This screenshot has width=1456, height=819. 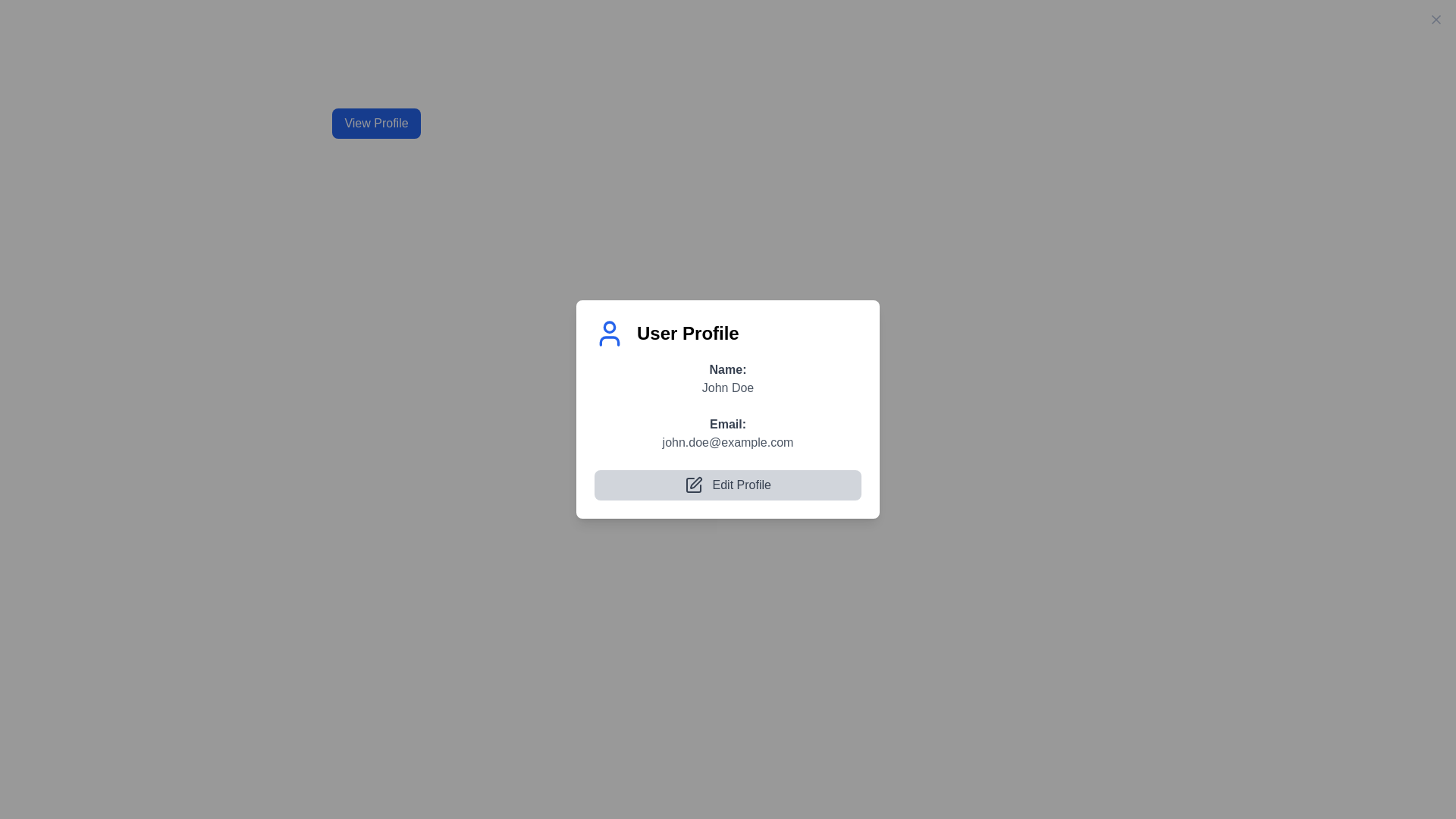 I want to click on the small pen icon located to the left of the 'Edit Profile' button at the bottom of the user profile card, so click(x=693, y=485).